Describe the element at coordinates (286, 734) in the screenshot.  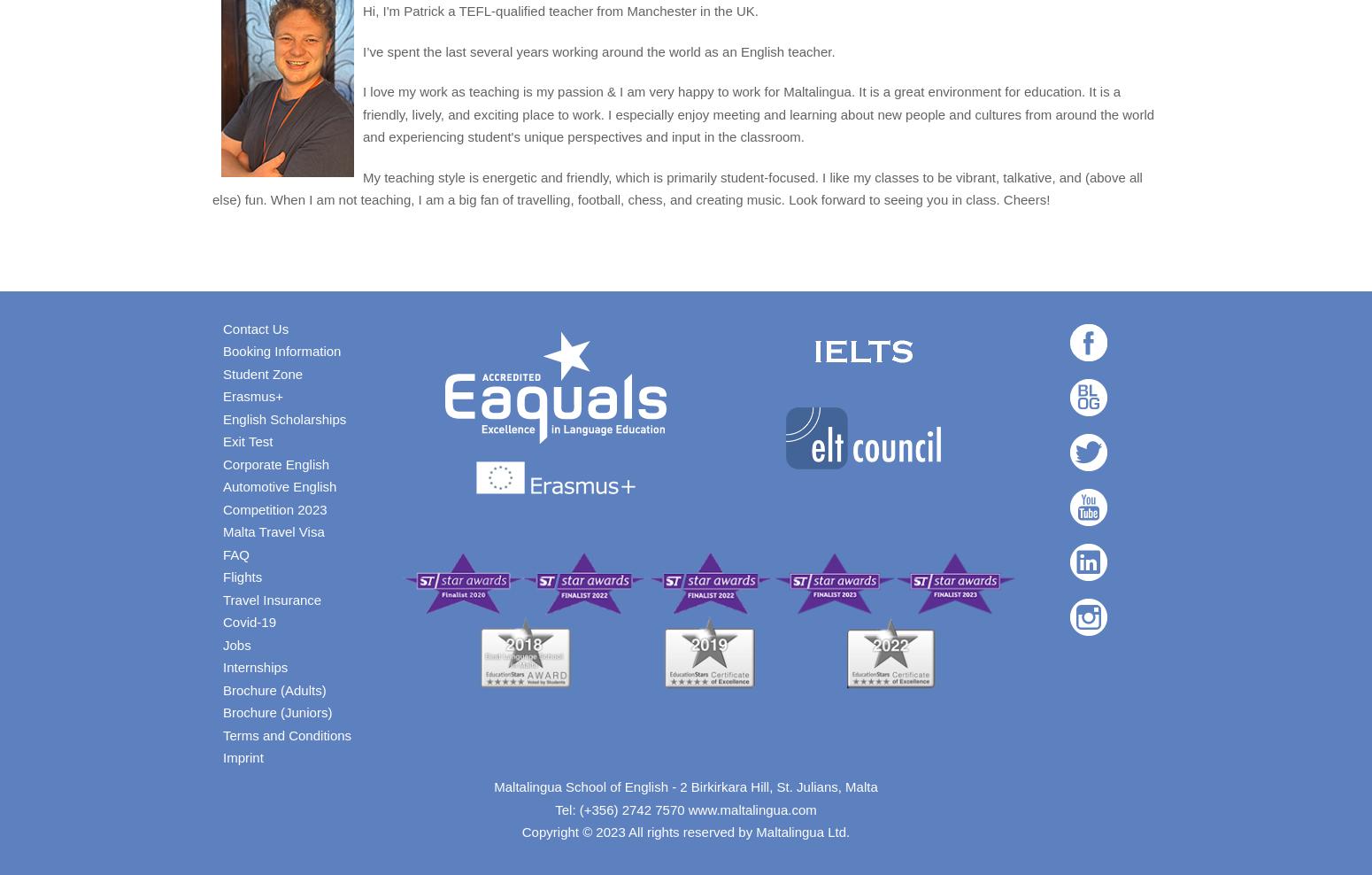
I see `'Terms and Conditions'` at that location.